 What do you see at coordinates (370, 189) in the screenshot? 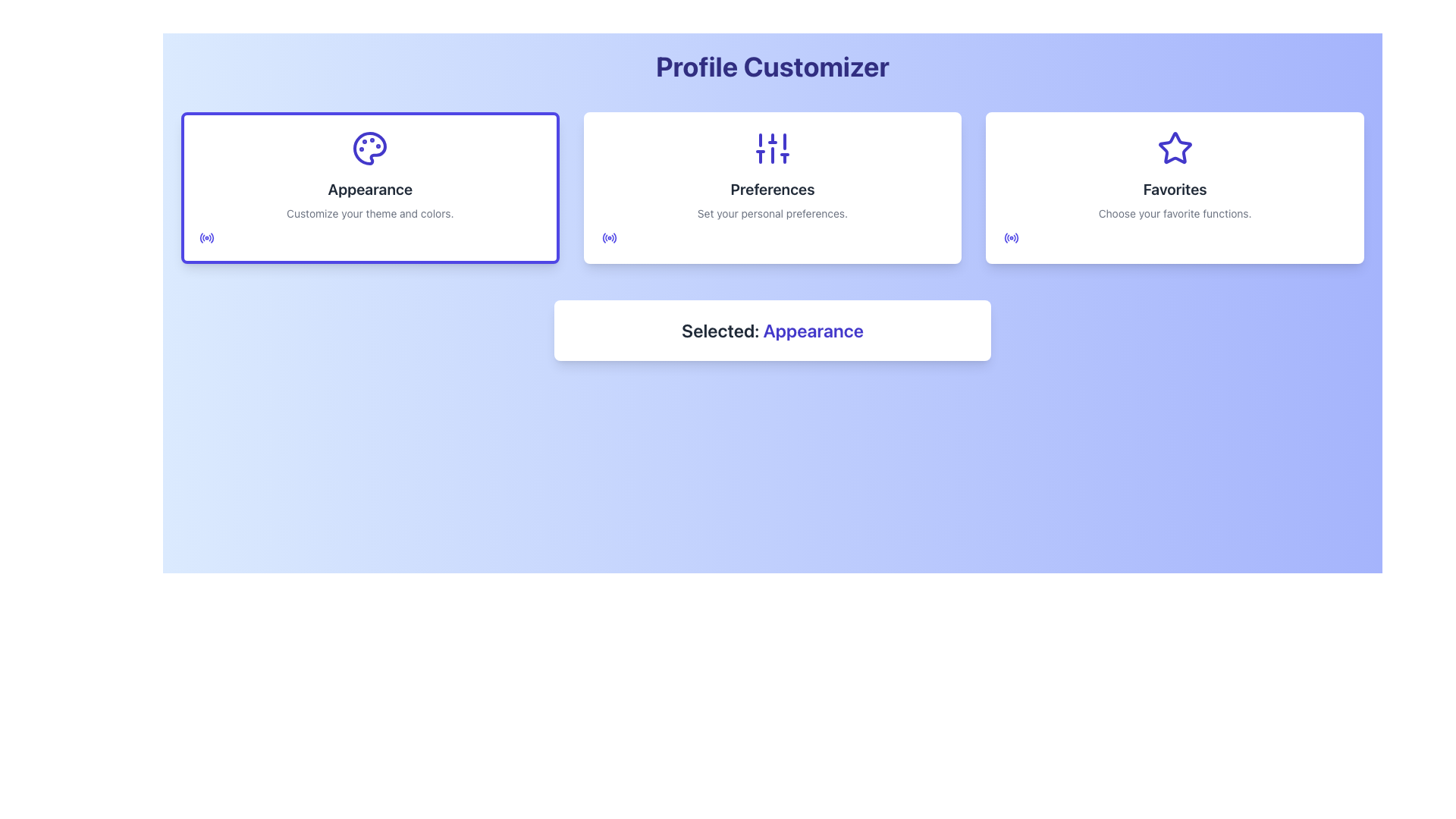
I see `text label that displays the word 'Appearance', which is styled in bold and large font, located centrally under the palette icon within the 'AppearanceCustomize your theme and colors' card` at bounding box center [370, 189].